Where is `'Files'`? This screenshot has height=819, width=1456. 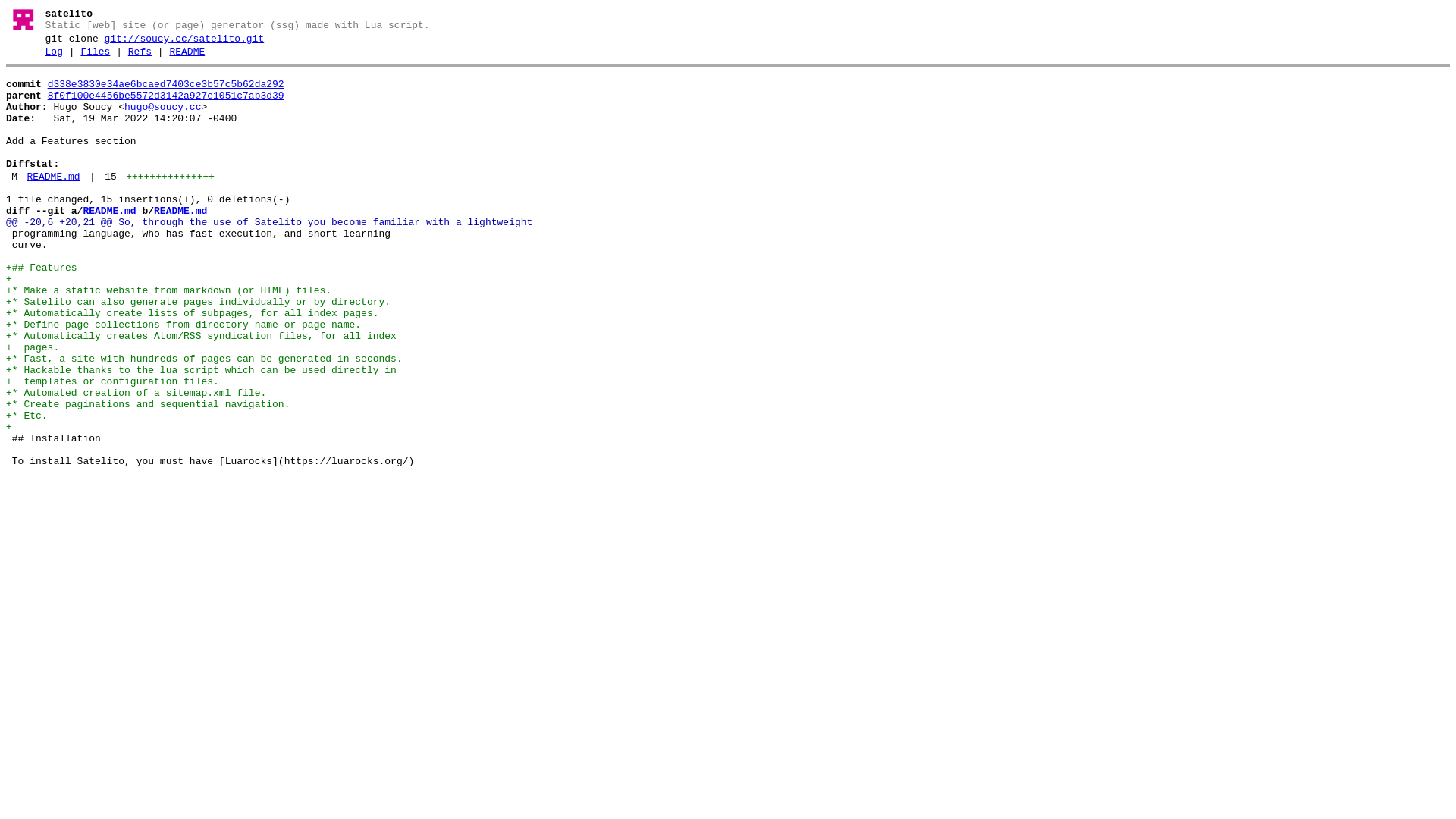 'Files' is located at coordinates (94, 51).